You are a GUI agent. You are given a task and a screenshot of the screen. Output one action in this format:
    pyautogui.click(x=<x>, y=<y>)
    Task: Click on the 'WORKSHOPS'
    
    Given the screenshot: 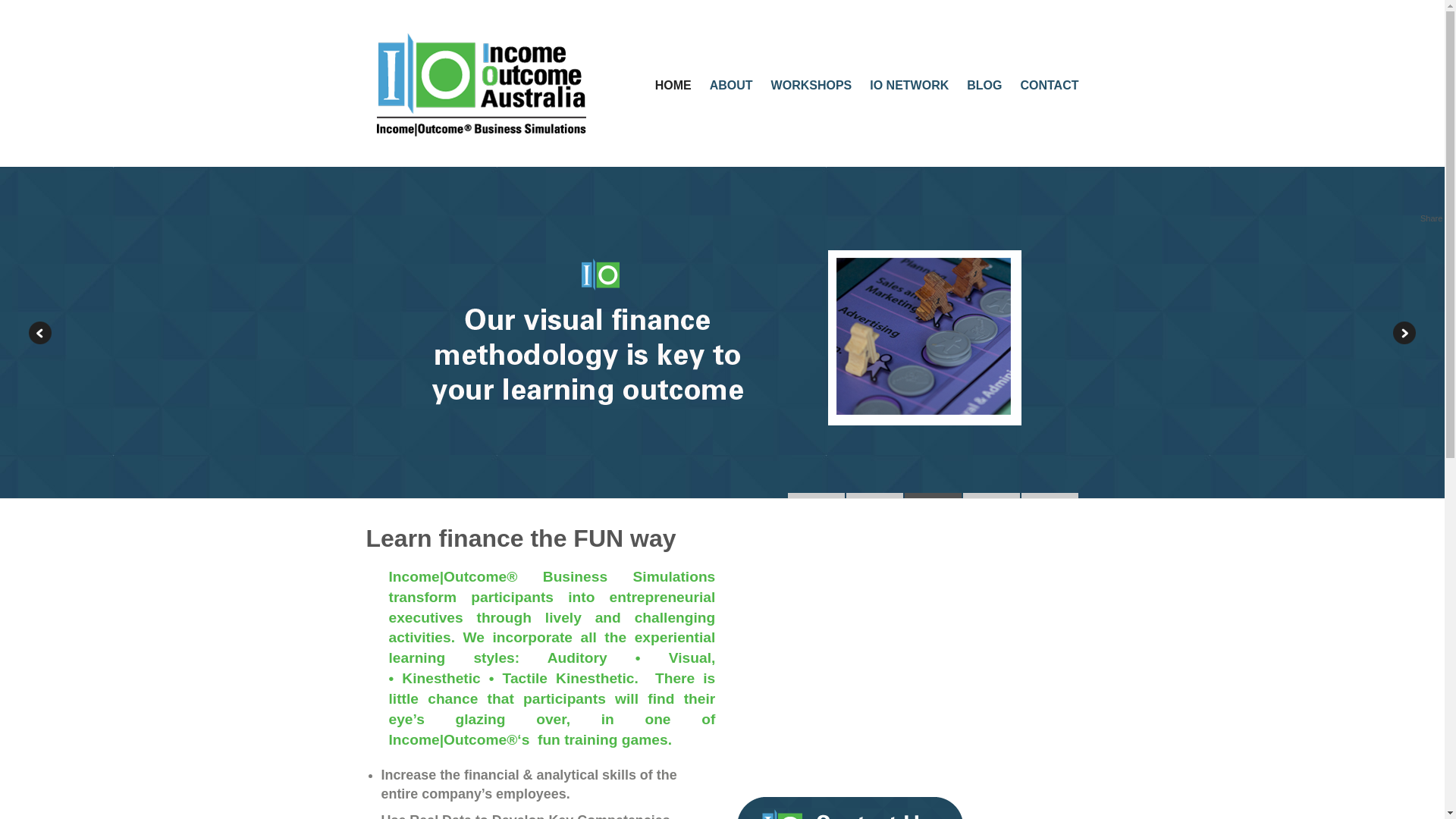 What is the action you would take?
    pyautogui.click(x=811, y=85)
    